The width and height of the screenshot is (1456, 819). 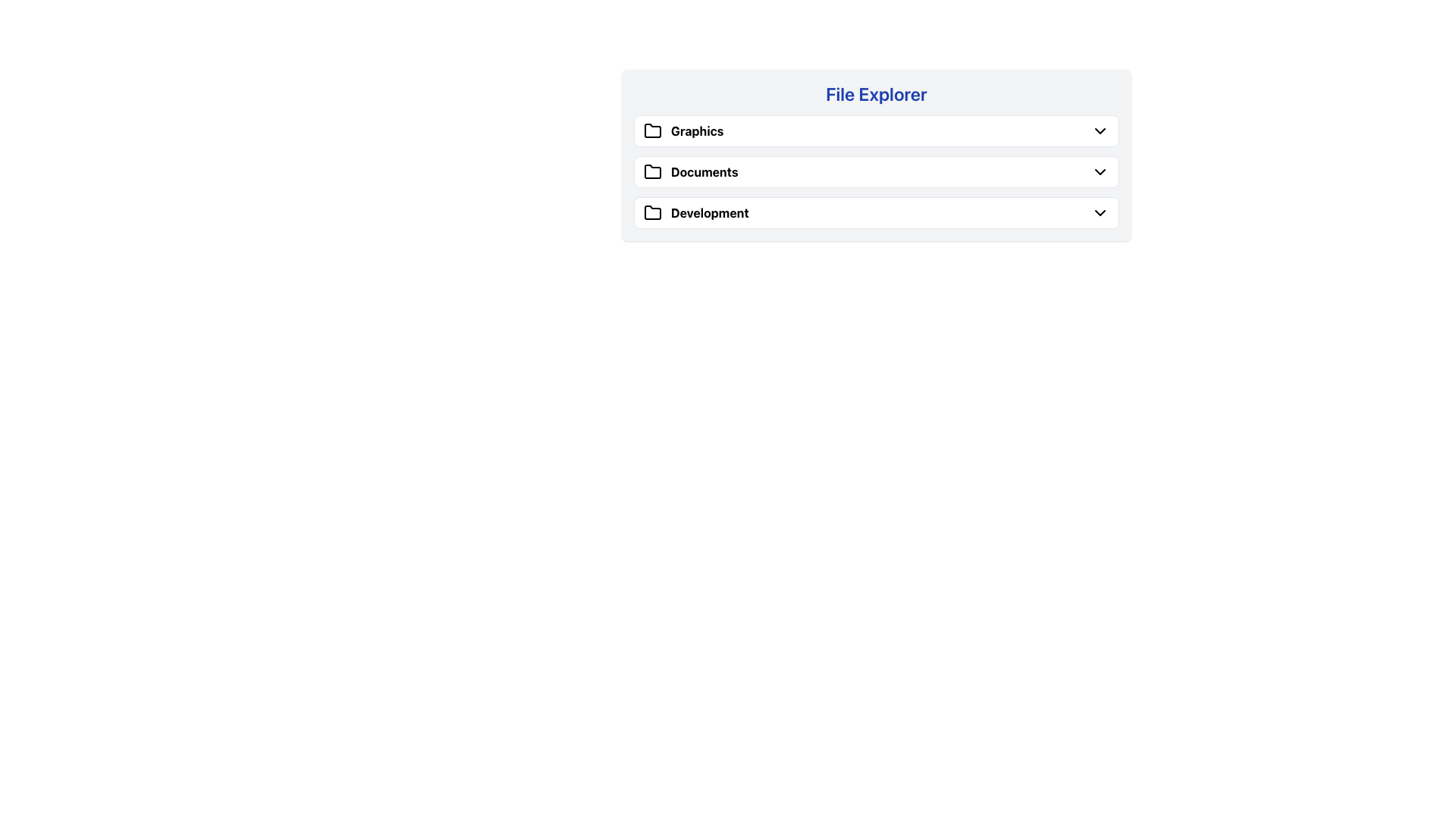 I want to click on the Dropdown Indicator Icon, which is a downward-facing chevron icon located to the far right of the 'Graphics' row, so click(x=1100, y=130).